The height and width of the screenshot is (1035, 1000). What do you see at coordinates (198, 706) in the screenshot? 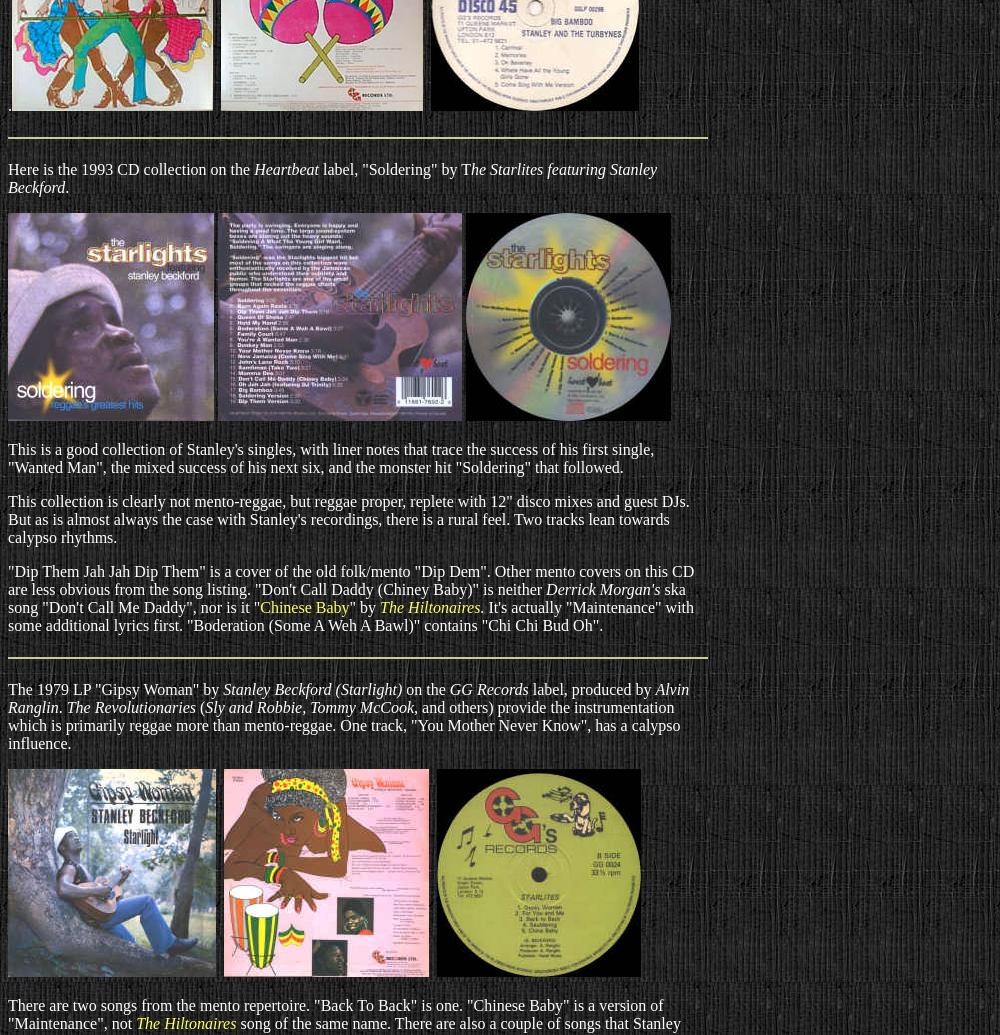
I see `'('` at bounding box center [198, 706].